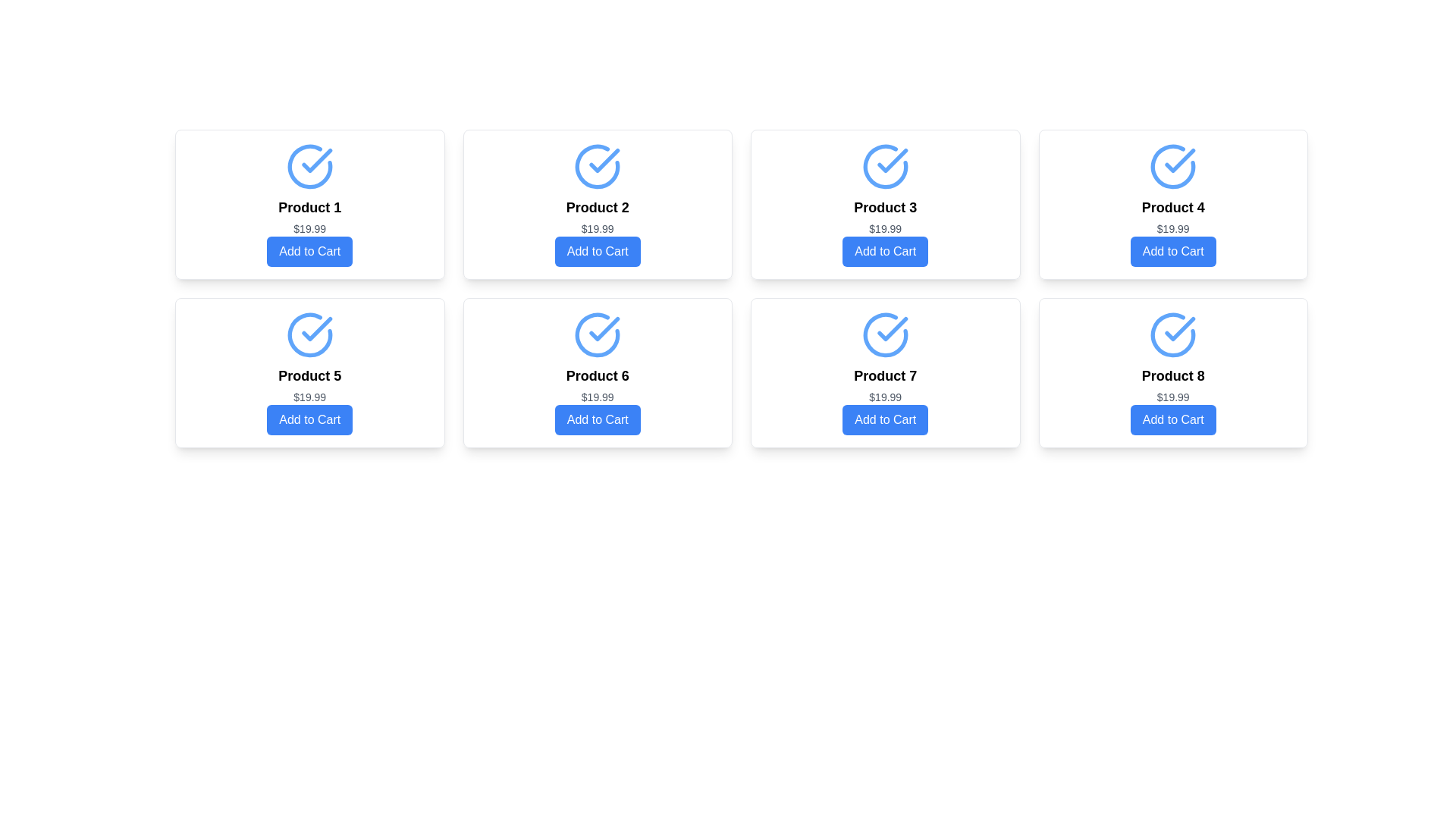 This screenshot has width=1456, height=819. What do you see at coordinates (597, 334) in the screenshot?
I see `the confirmation icon located in the upper section of the card UI for 'Product 6', positioned centrally above the text labels and button` at bounding box center [597, 334].